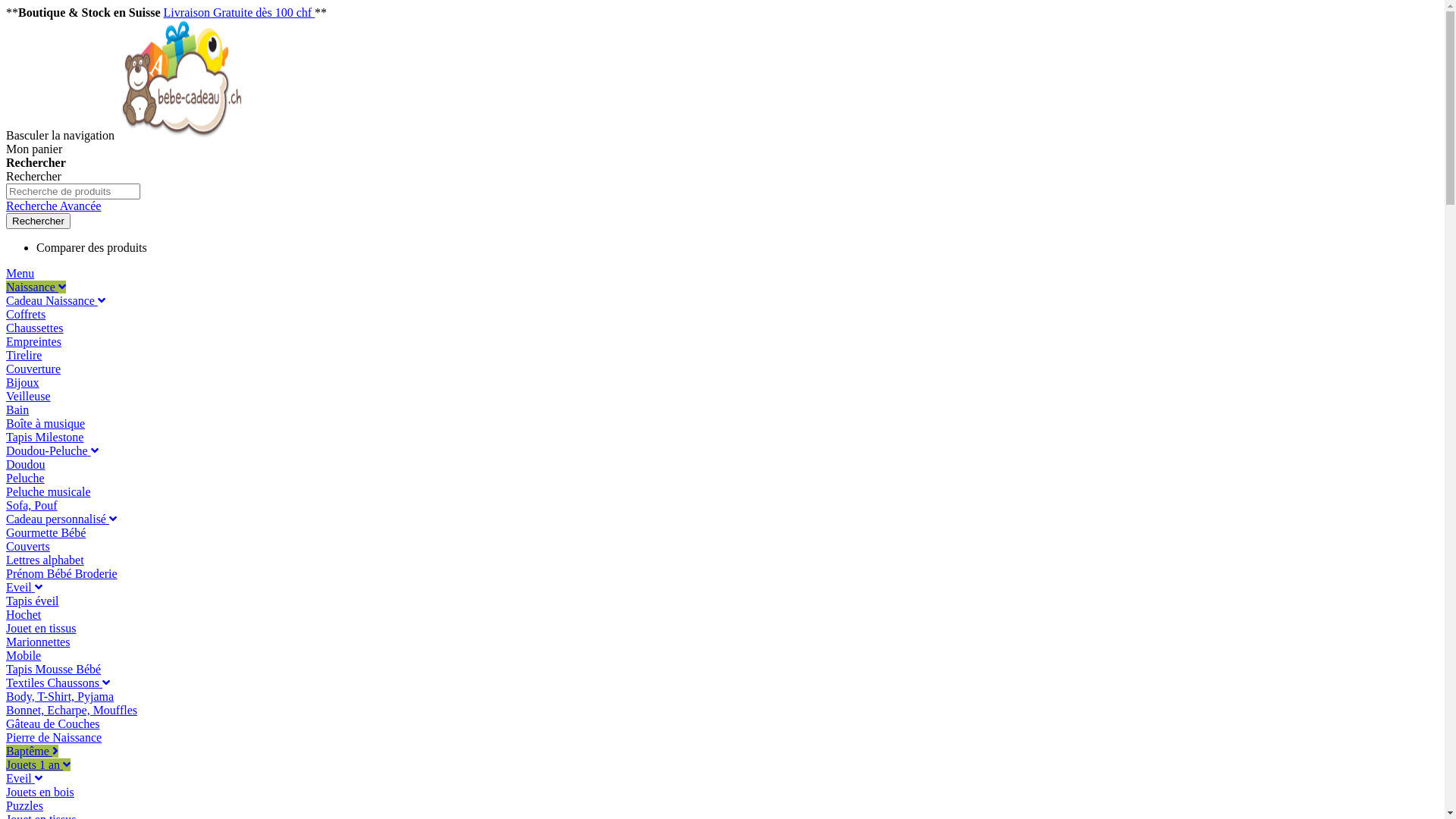 This screenshot has height=819, width=1456. Describe the element at coordinates (25, 478) in the screenshot. I see `'Peluche'` at that location.